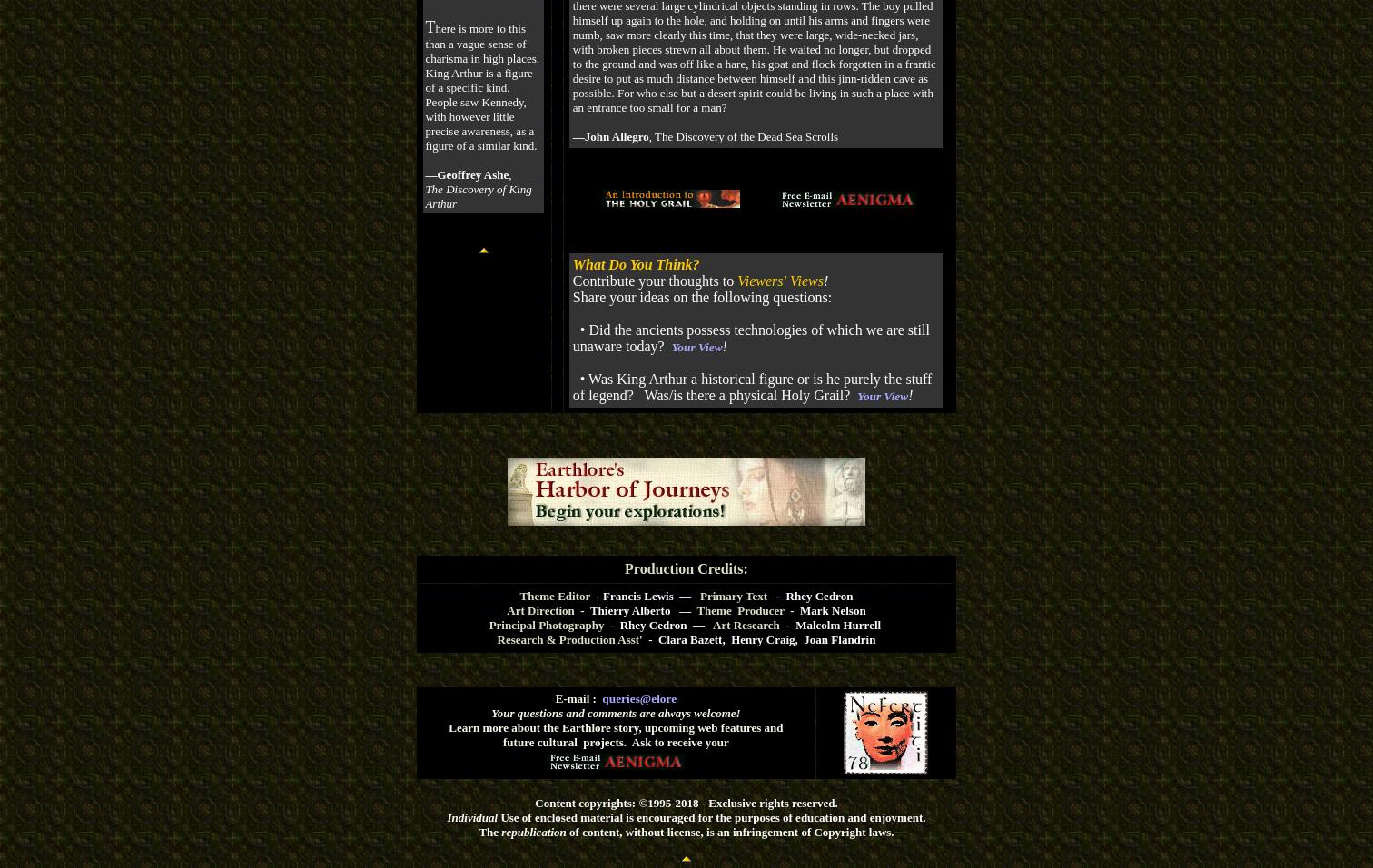 The height and width of the screenshot is (868, 1373). What do you see at coordinates (509, 173) in the screenshot?
I see `','` at bounding box center [509, 173].